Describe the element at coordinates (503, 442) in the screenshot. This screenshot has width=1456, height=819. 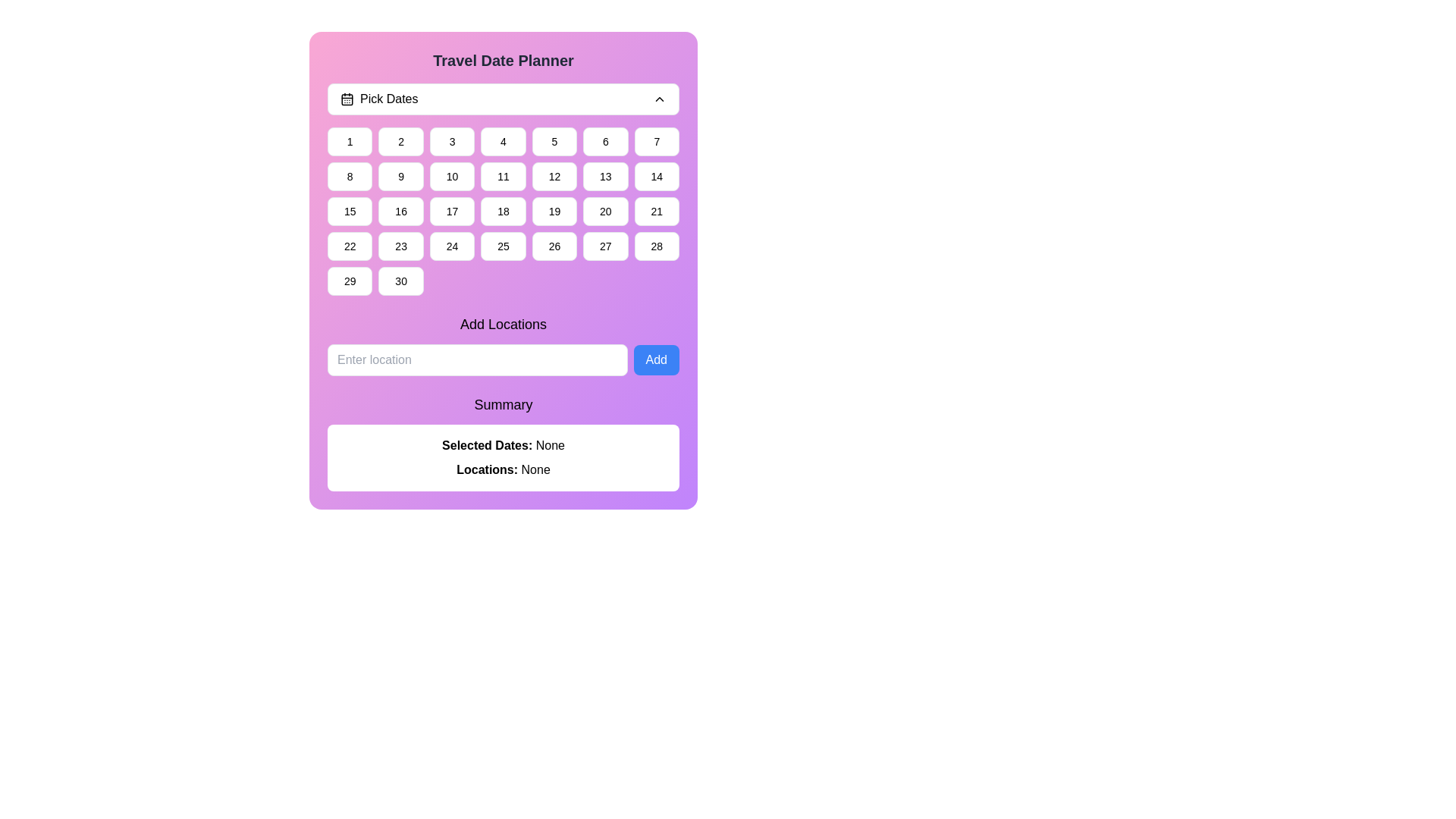
I see `summary information displayed in the Information Display Section located at the bottom of the Travel Date Planner layout` at that location.